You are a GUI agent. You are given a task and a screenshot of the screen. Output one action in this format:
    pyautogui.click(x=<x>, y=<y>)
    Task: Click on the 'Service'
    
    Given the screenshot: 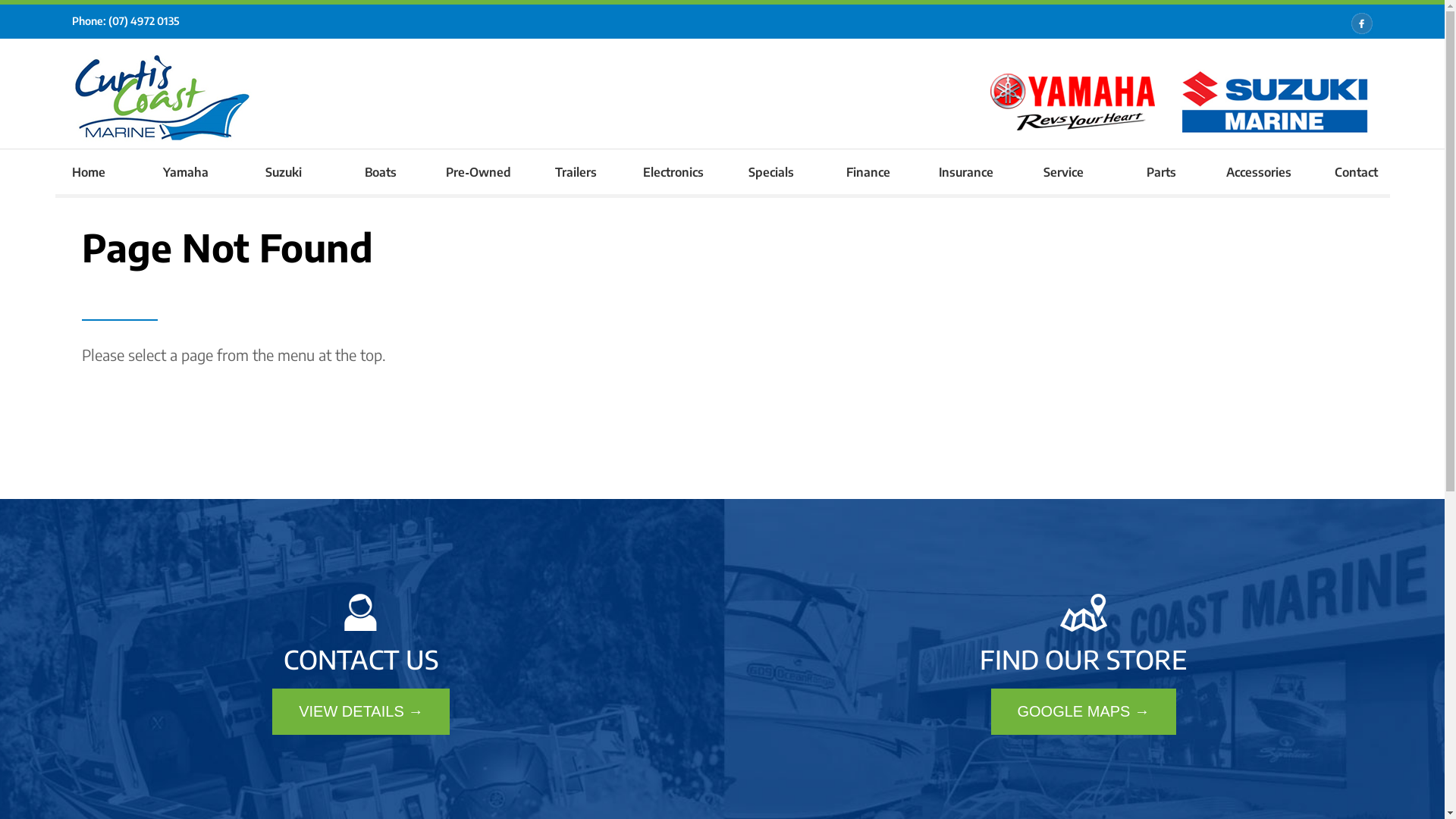 What is the action you would take?
    pyautogui.click(x=1015, y=171)
    